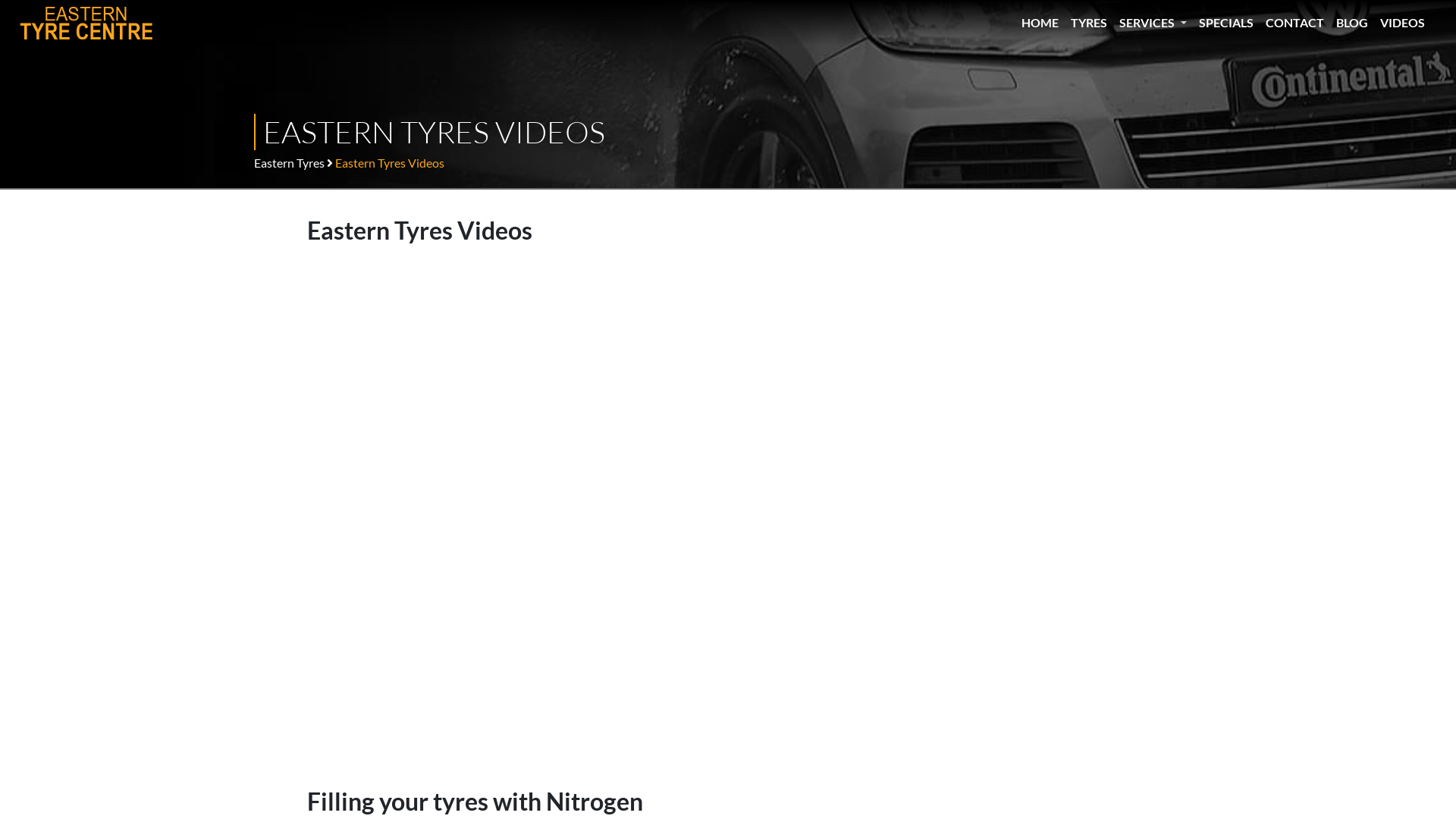 This screenshot has height=819, width=1456. What do you see at coordinates (1232, 23) in the screenshot?
I see `'SPECIALS'` at bounding box center [1232, 23].